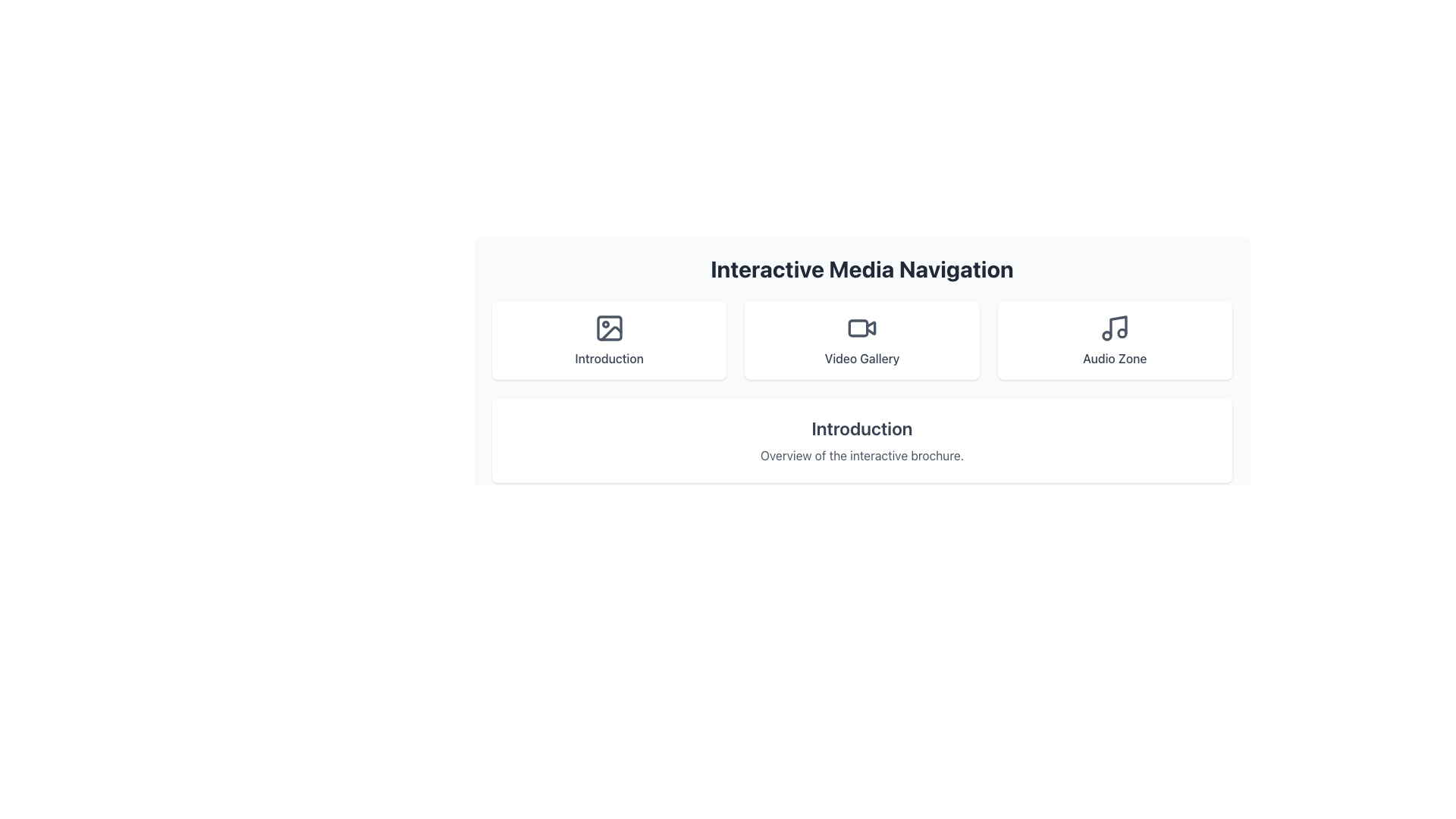  Describe the element at coordinates (862, 359) in the screenshot. I see `text label displaying 'Video Gallery', which is located at the center of the bottom of the central interaction card in the layout` at that location.